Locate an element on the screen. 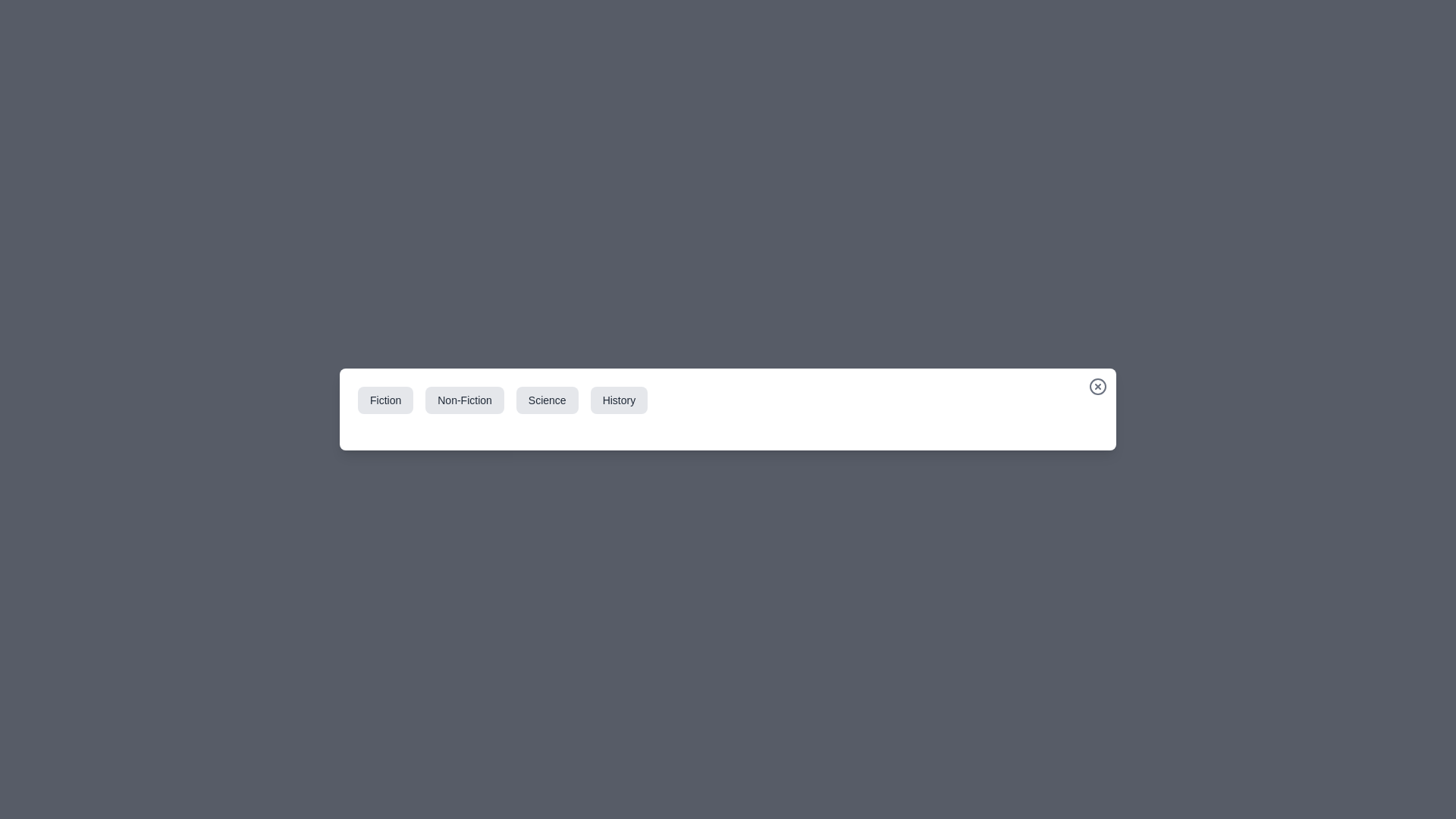 Image resolution: width=1456 pixels, height=819 pixels. the Fiction tab is located at coordinates (385, 400).